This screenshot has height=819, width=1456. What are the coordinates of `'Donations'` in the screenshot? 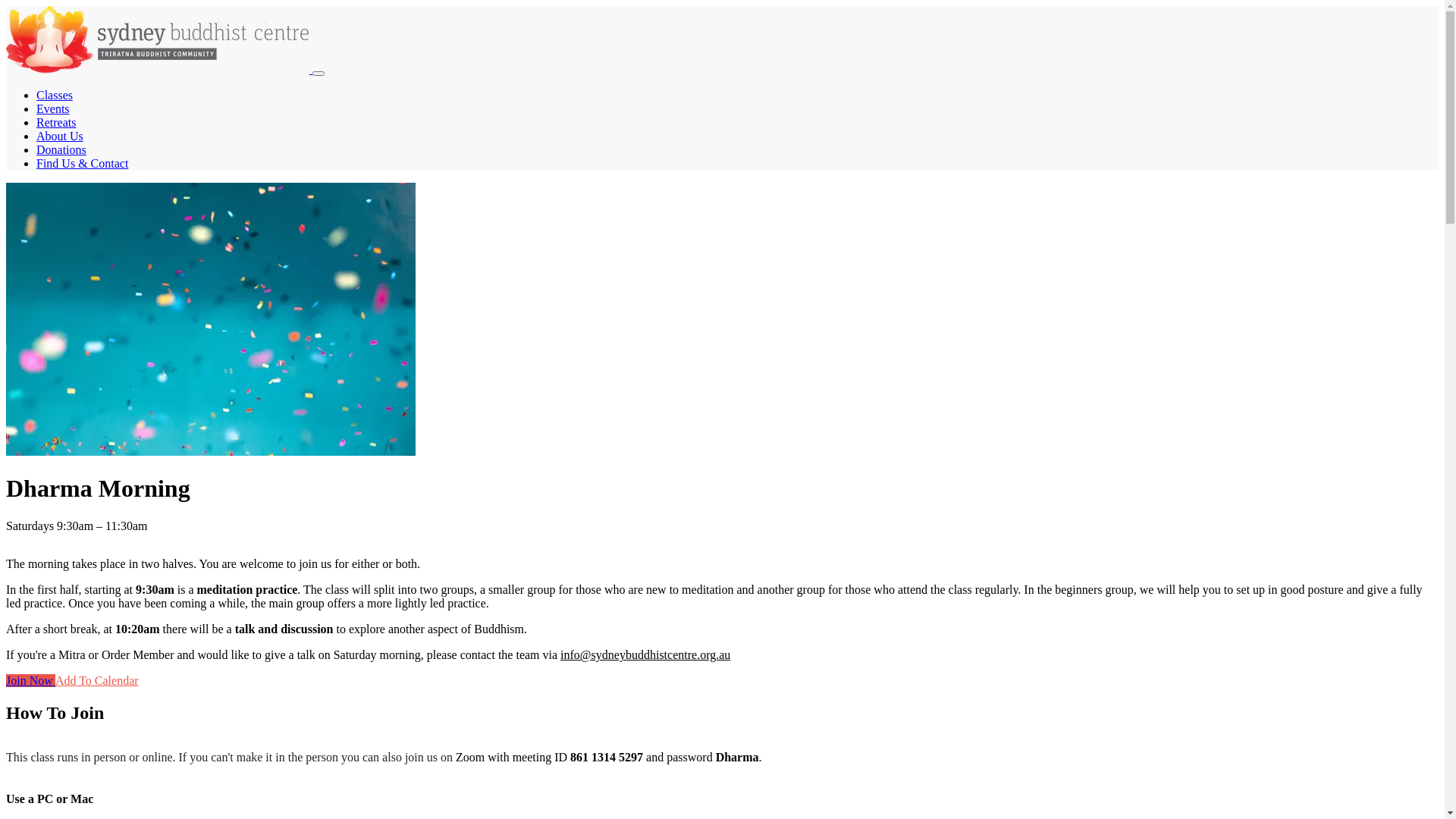 It's located at (61, 149).